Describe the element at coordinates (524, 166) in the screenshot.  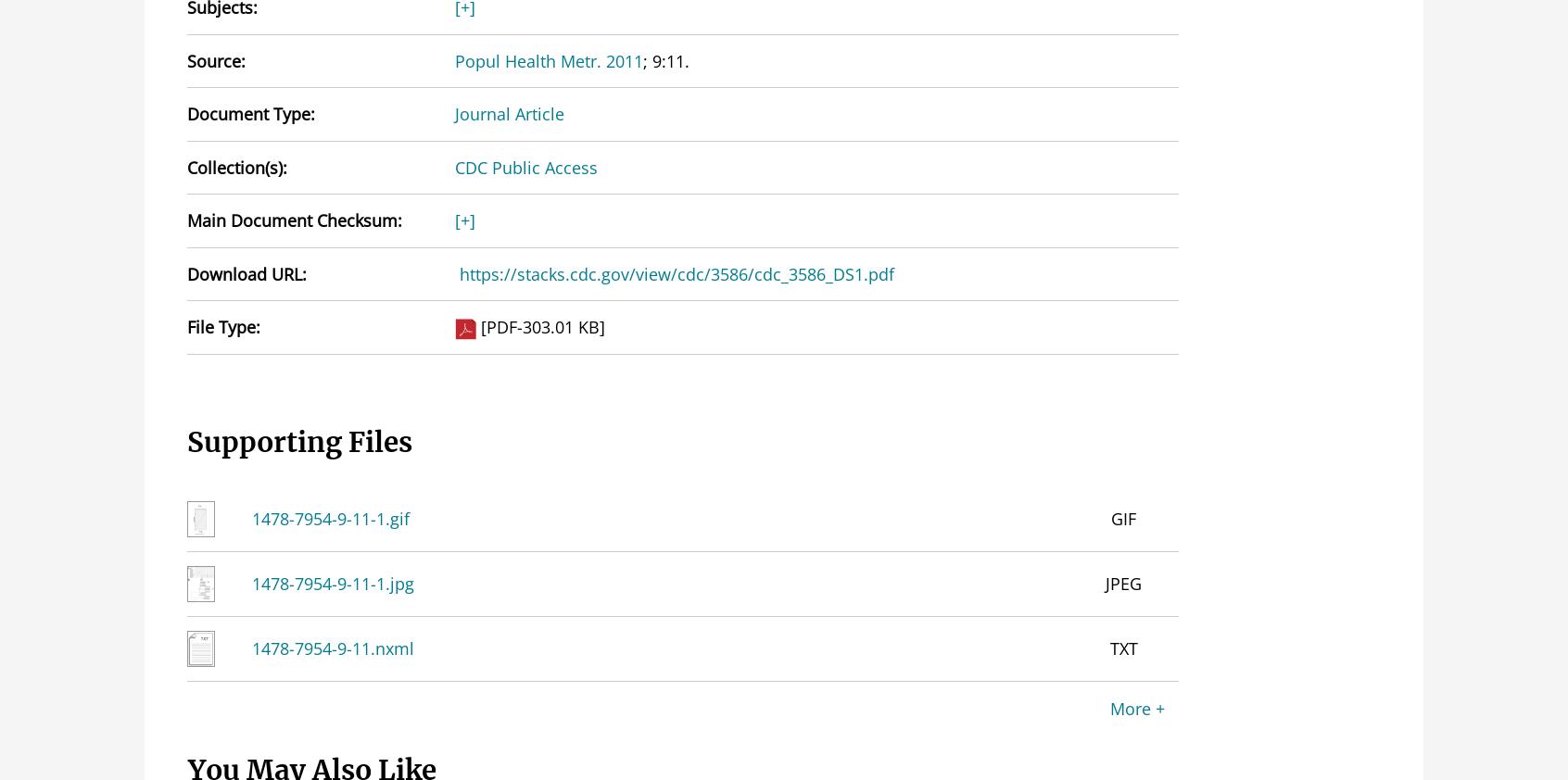
I see `'CDC Public Access'` at that location.